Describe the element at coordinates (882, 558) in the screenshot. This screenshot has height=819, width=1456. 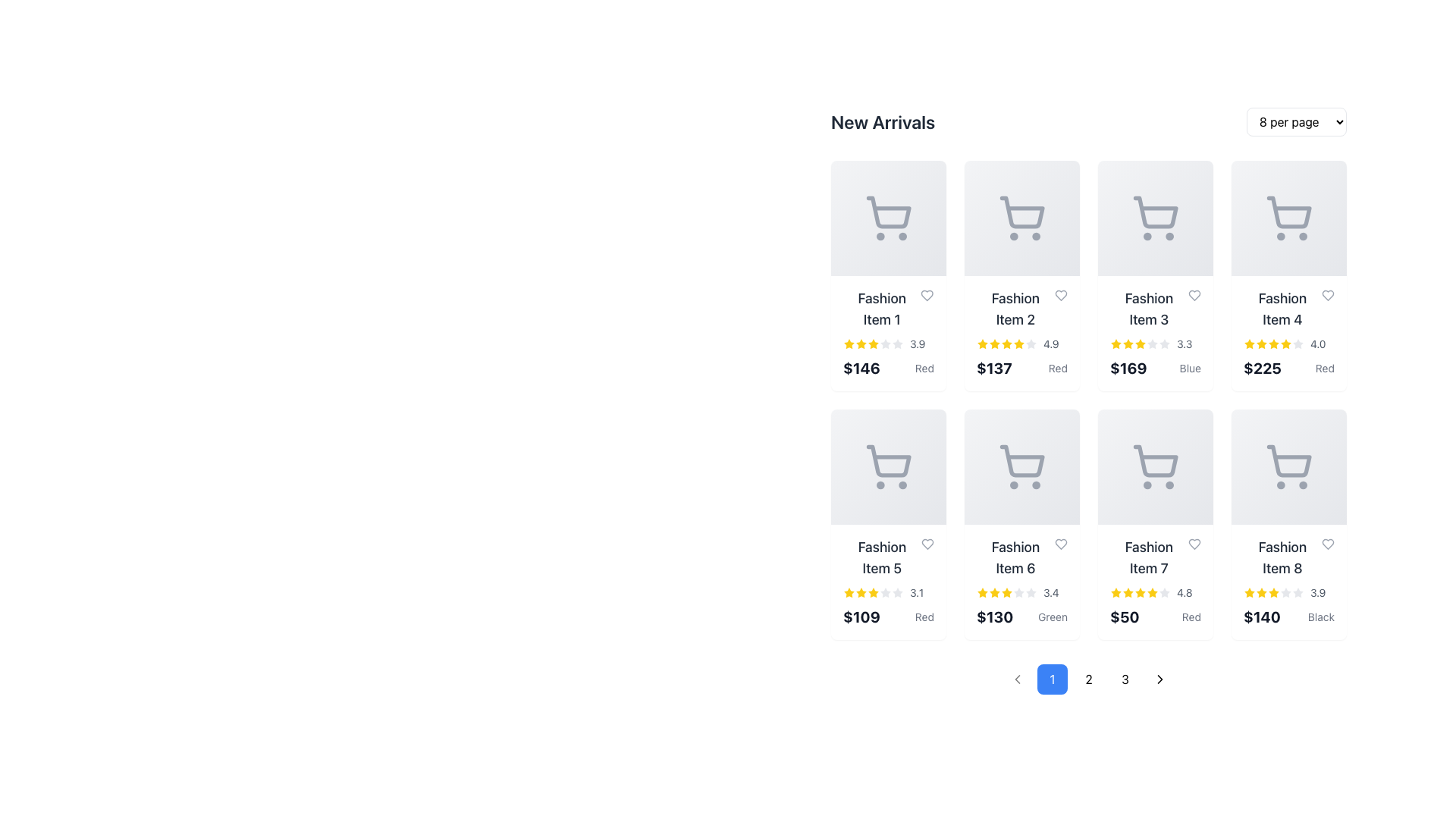
I see `text label displaying 'Fashion Item 5', which is styled in a large bold font and located under the 'New Arrivals' section in the grid layout` at that location.